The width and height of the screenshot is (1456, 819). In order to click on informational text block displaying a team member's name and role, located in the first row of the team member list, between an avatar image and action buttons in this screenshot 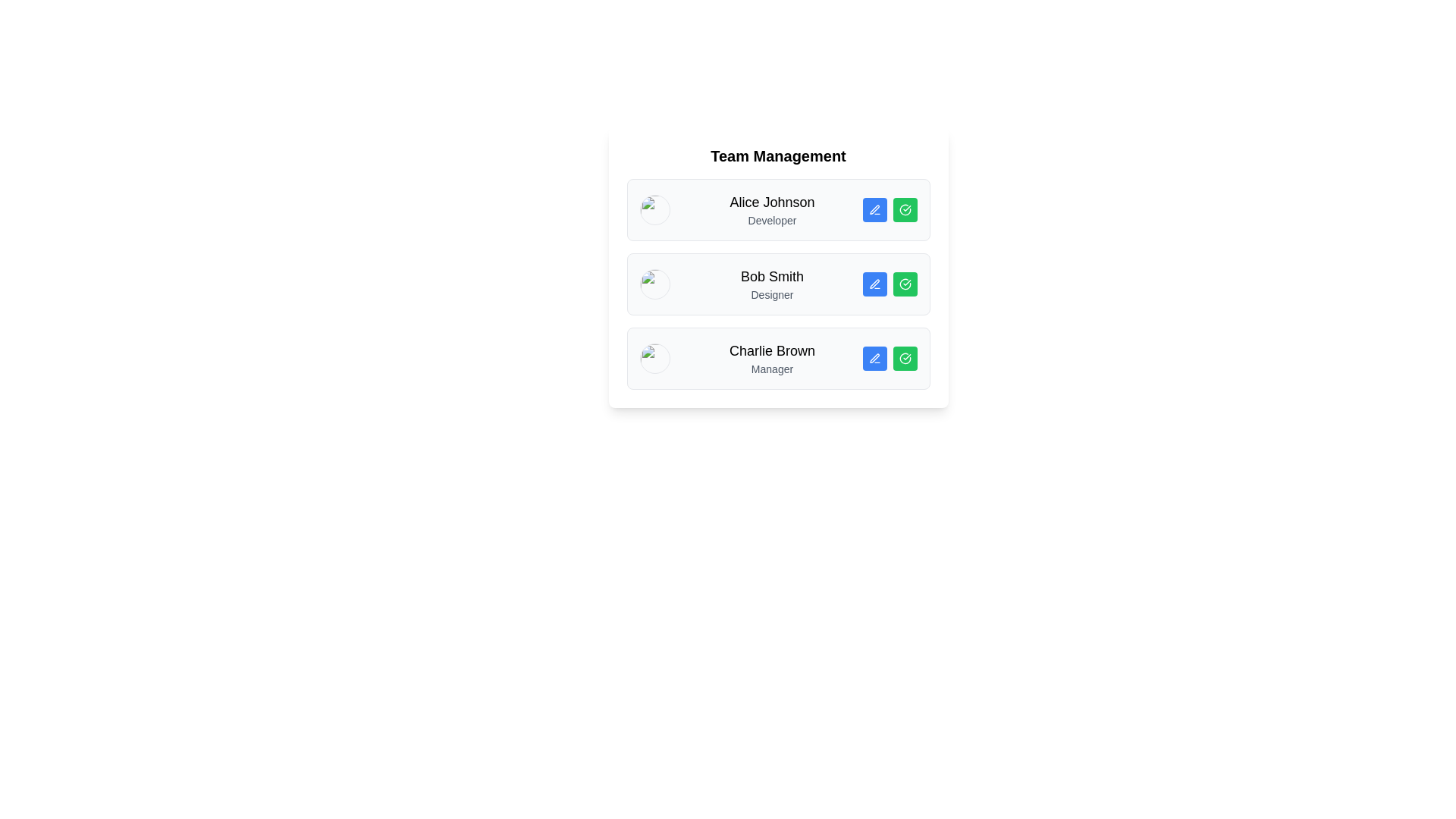, I will do `click(772, 210)`.